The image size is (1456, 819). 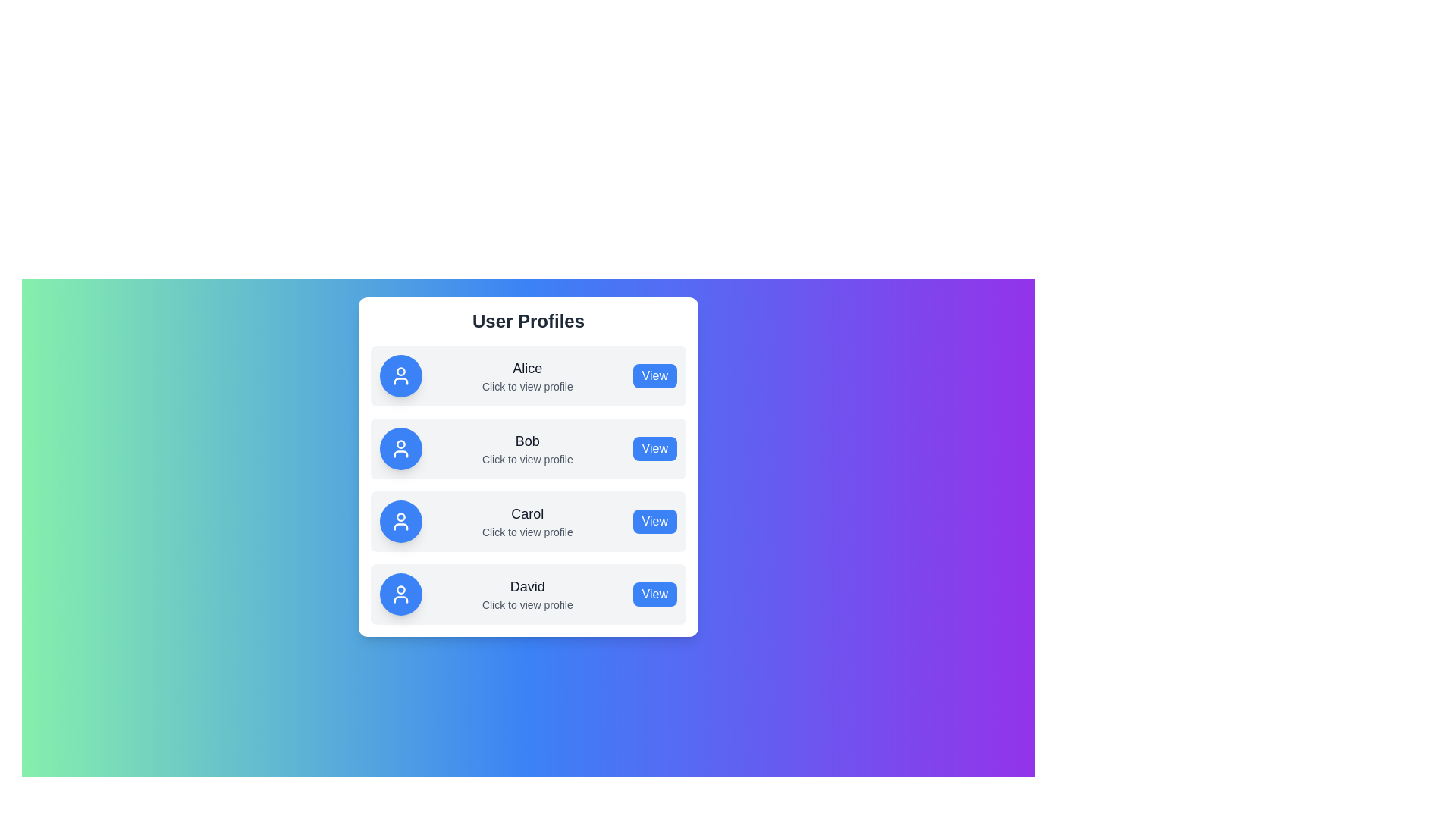 What do you see at coordinates (400, 520) in the screenshot?
I see `the user icon representing 'Carol' in the user profile list to indicate profile selection` at bounding box center [400, 520].